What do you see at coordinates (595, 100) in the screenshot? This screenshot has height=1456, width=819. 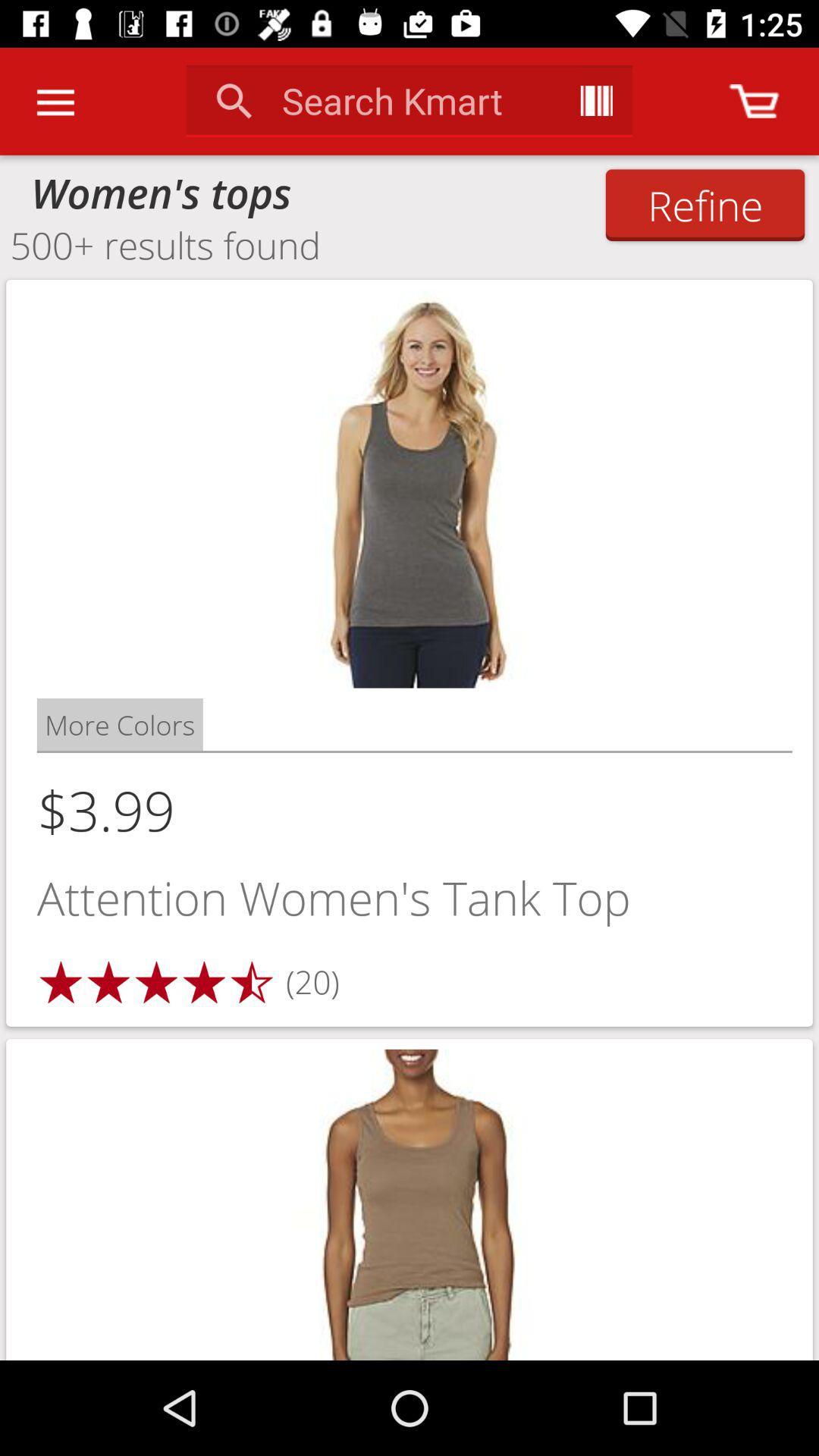 I see `app to the right of the search kmart` at bounding box center [595, 100].